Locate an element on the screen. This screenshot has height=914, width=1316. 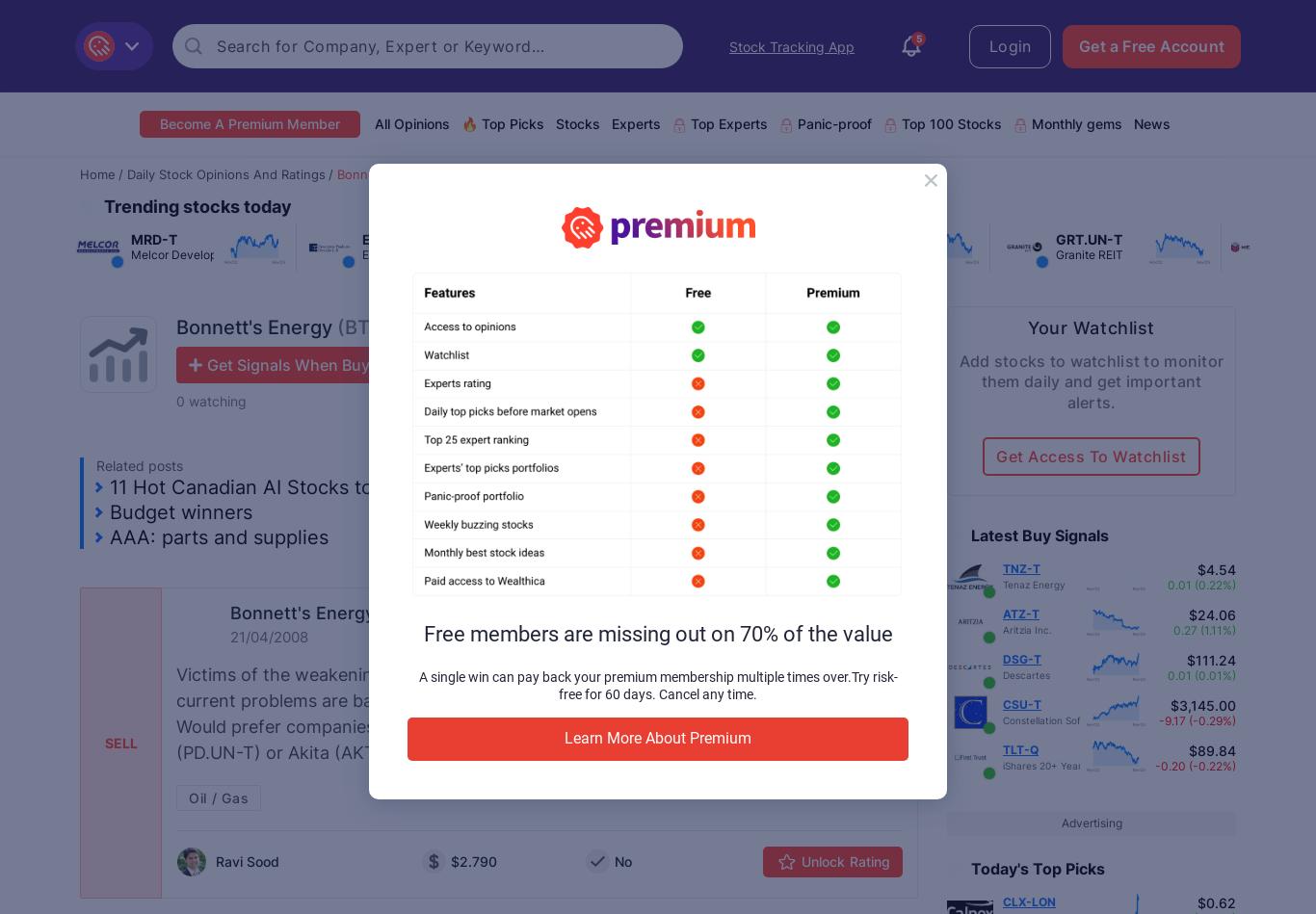
'$111.24' is located at coordinates (1186, 659).